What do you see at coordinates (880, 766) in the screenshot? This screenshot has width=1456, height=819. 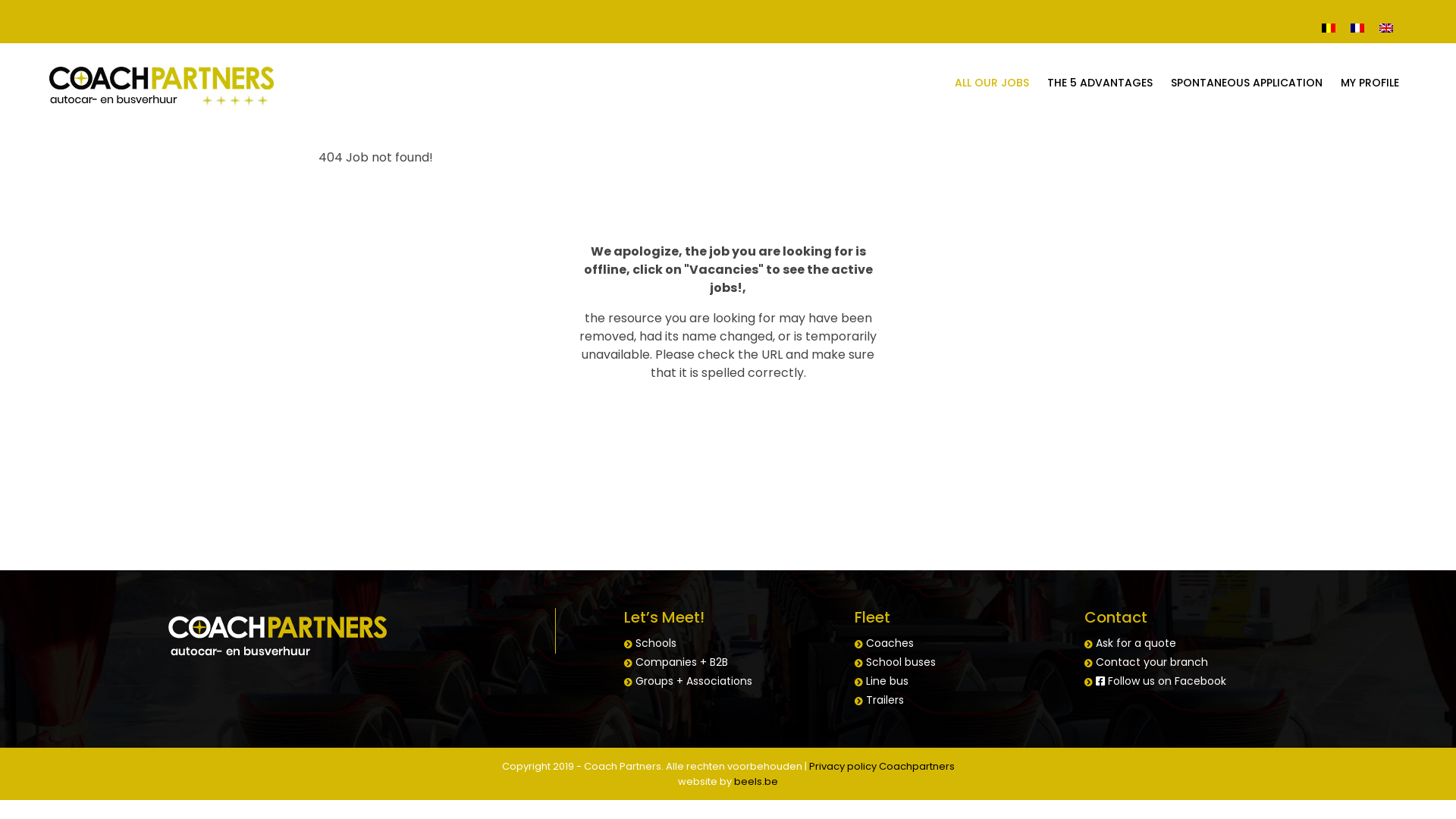 I see `'Privacy policy Coachpartners'` at bounding box center [880, 766].